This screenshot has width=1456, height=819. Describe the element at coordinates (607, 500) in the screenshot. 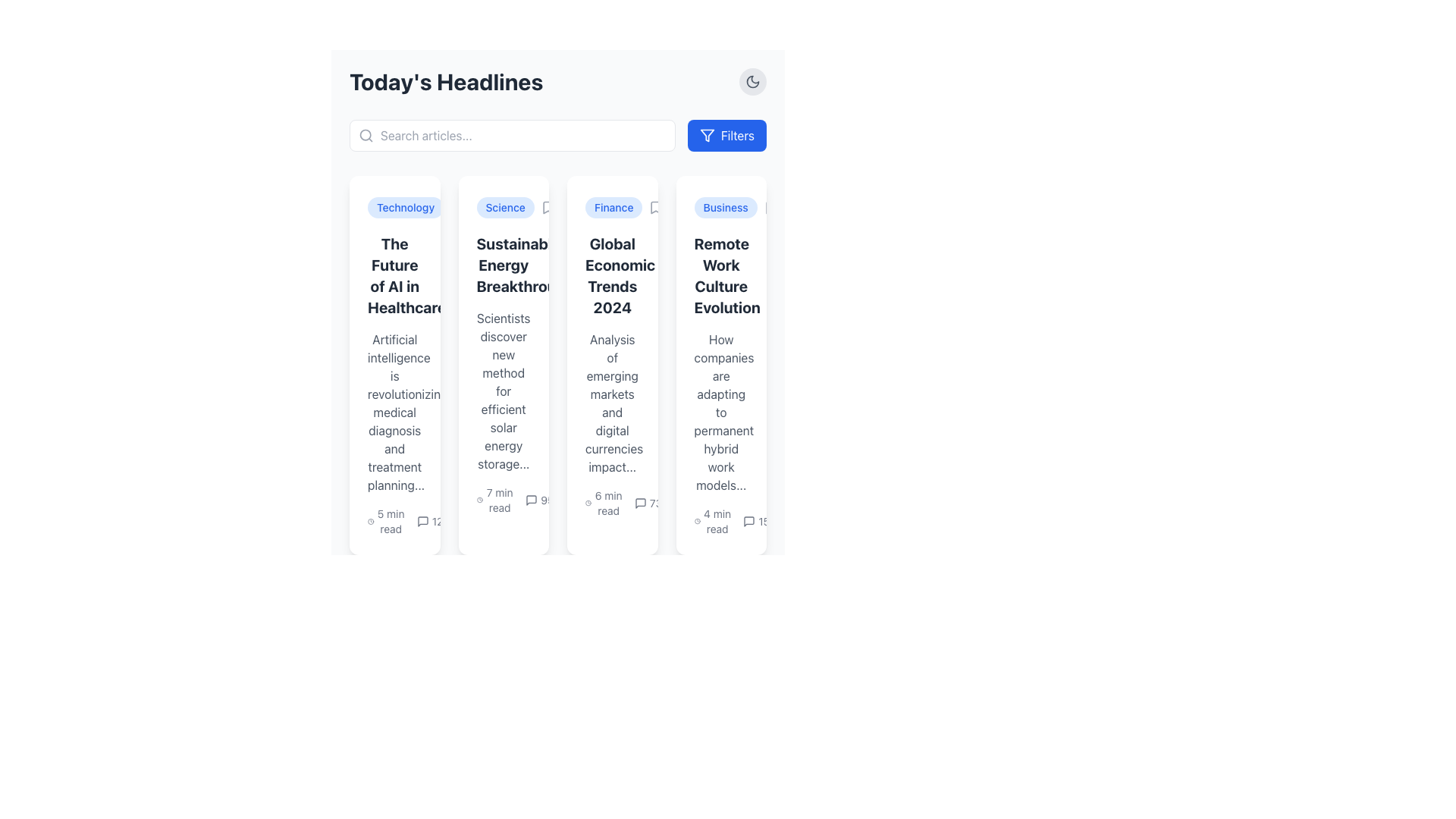

I see `the thumbs-up icon located at the bottom of the information card for the article titled 'Global Economic Trends 2024', which is part of the interactive UI elements` at that location.